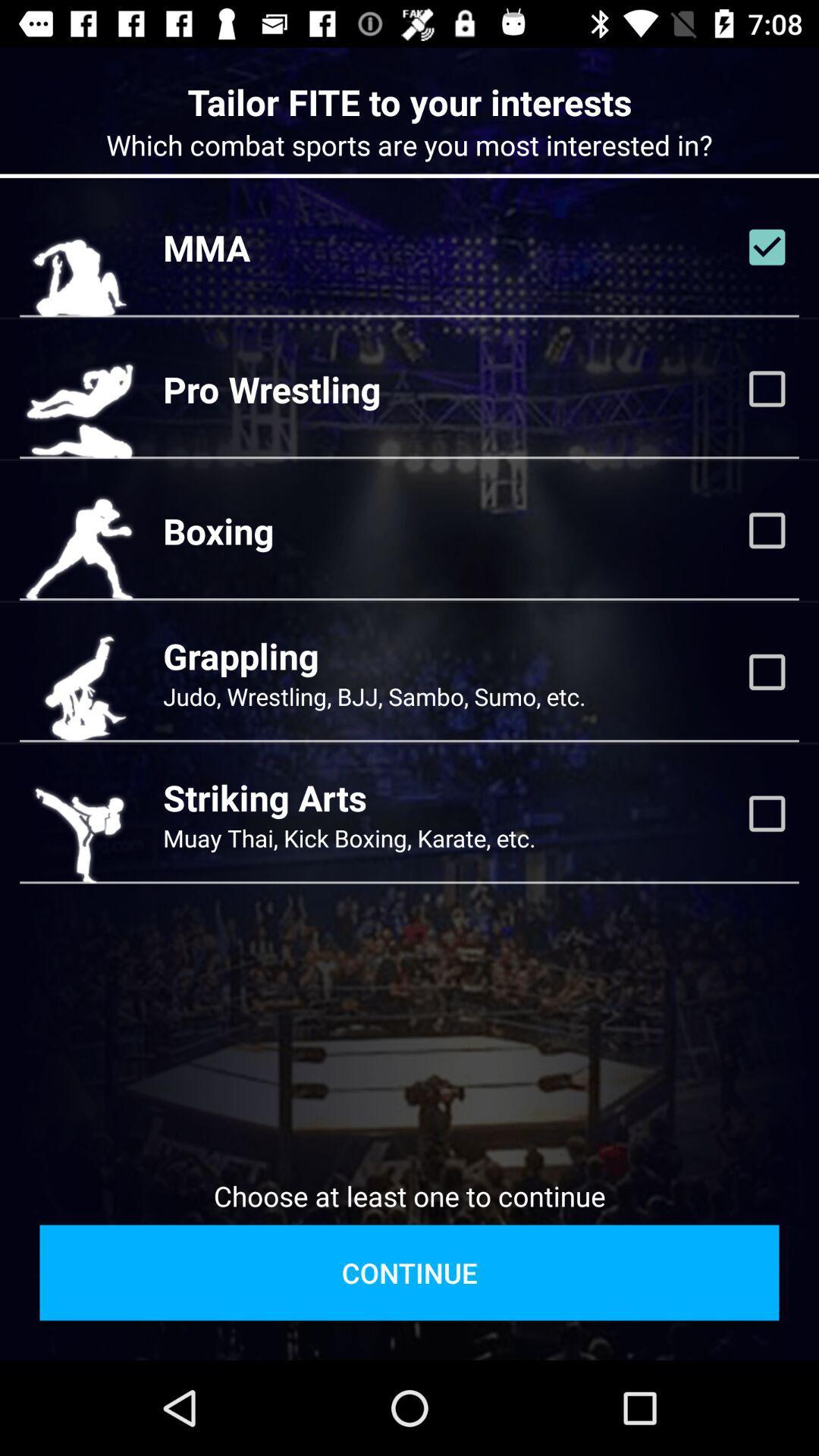 This screenshot has height=1456, width=819. Describe the element at coordinates (767, 389) in the screenshot. I see `pro wrestling checkbox` at that location.